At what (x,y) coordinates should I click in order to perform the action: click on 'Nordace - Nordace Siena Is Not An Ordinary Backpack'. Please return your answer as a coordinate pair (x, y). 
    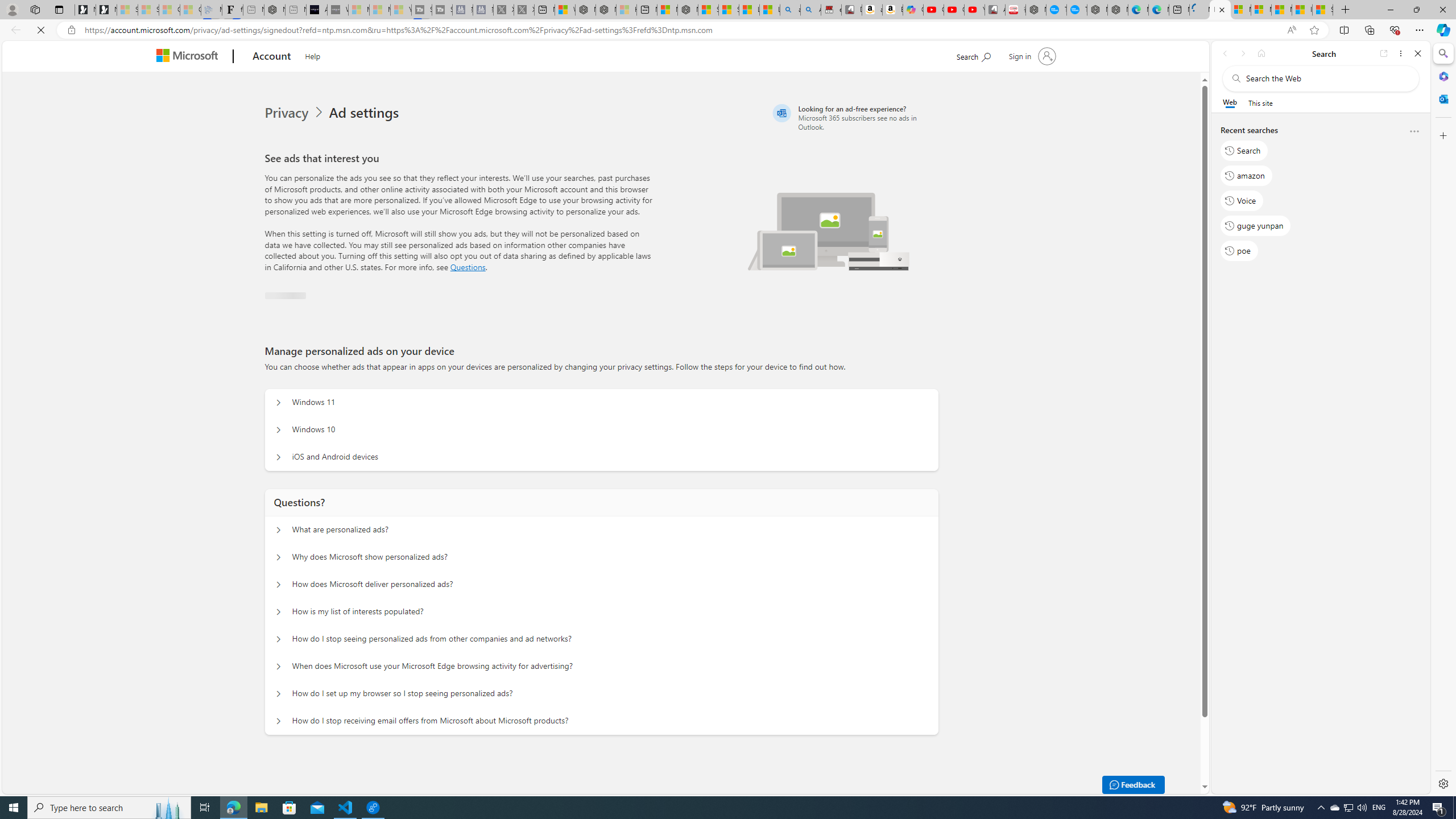
    Looking at the image, I should click on (687, 9).